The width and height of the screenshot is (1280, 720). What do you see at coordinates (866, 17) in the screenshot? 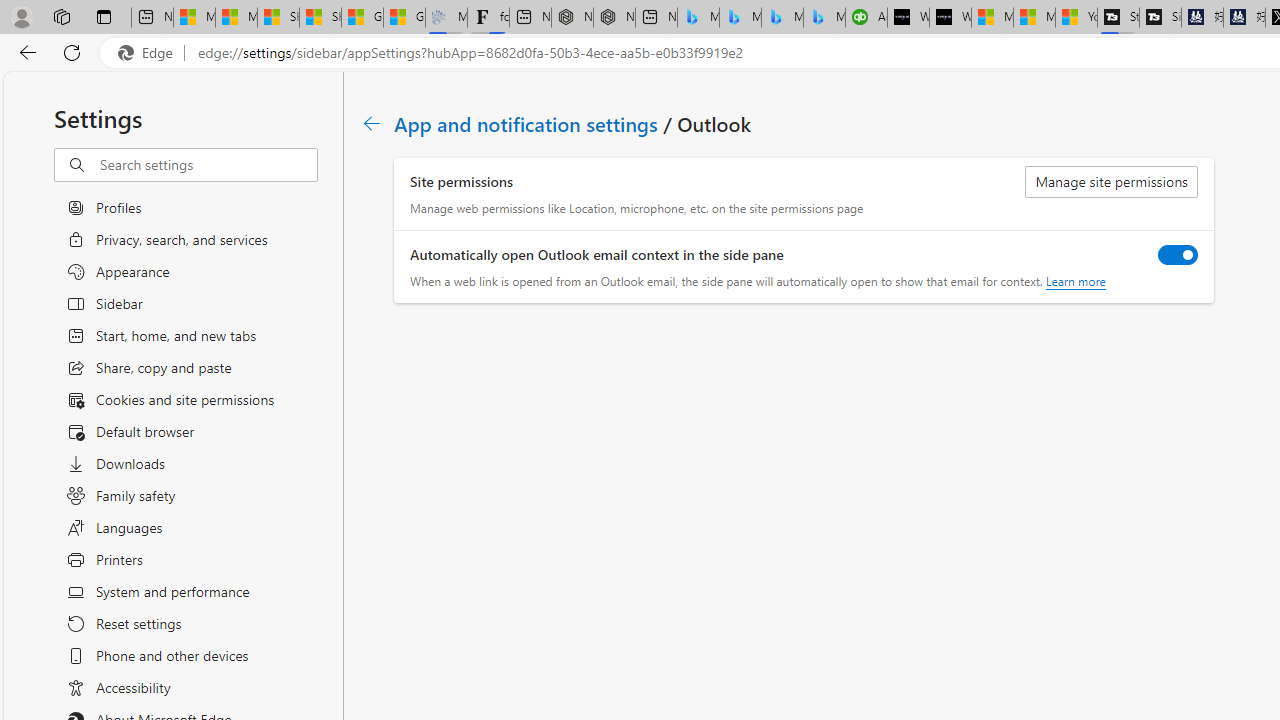
I see `'Accounting Software for Accountants, CPAs and Bookkeepers'` at bounding box center [866, 17].